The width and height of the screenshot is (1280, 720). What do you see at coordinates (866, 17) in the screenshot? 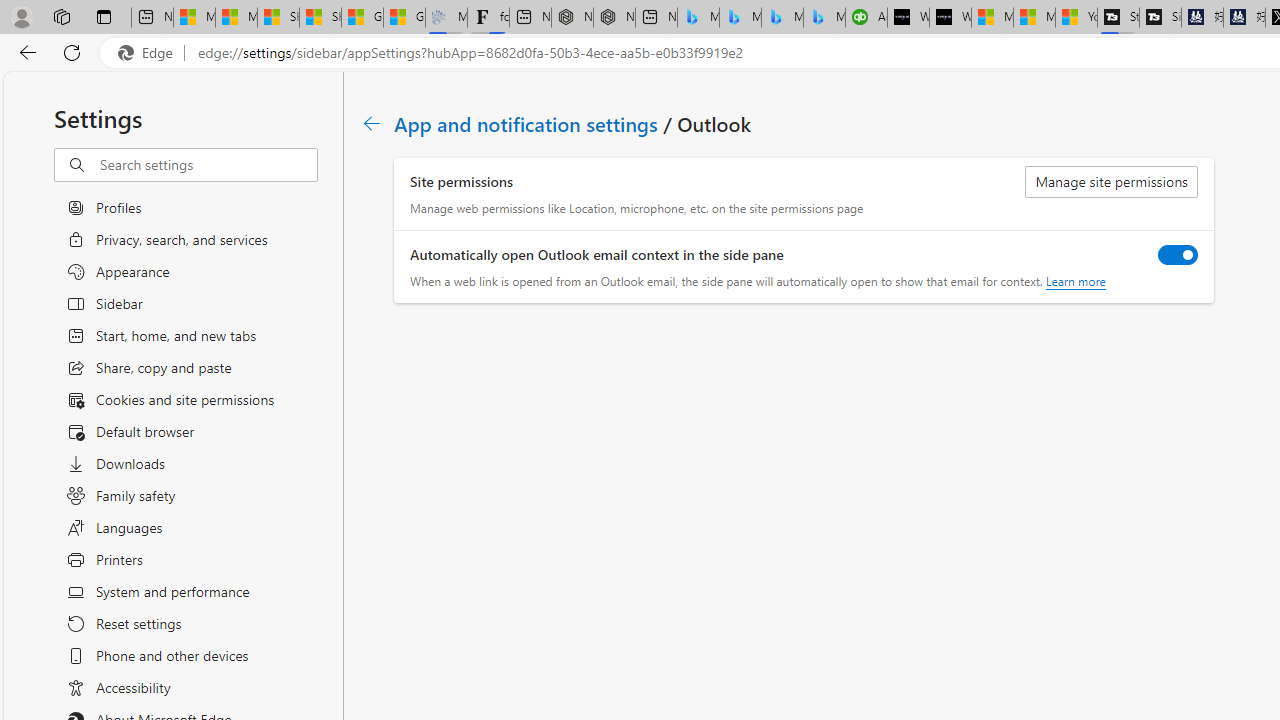
I see `'Accounting Software for Accountants, CPAs and Bookkeepers'` at bounding box center [866, 17].